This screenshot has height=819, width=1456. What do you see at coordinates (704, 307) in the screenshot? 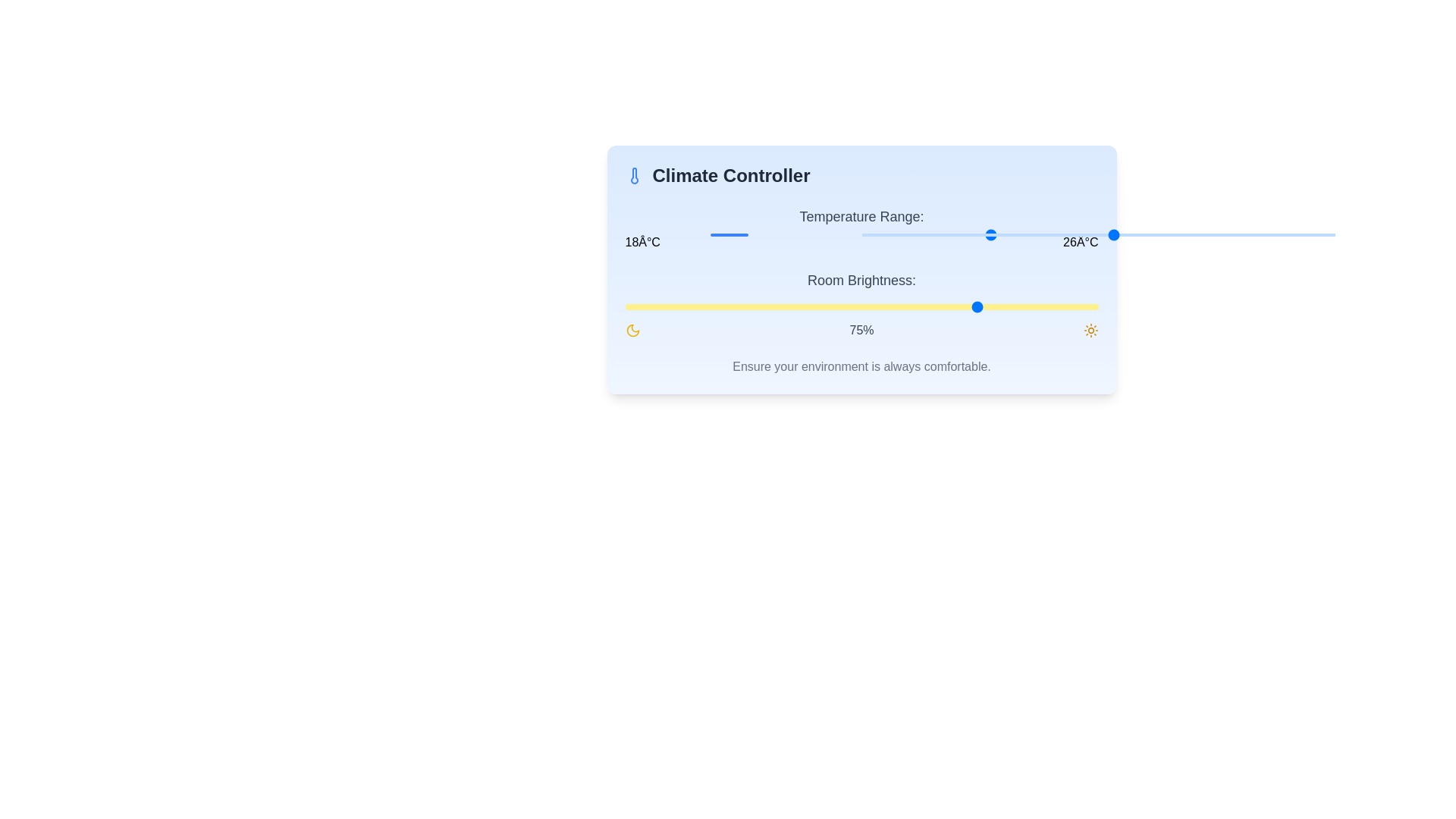
I see `the room brightness` at bounding box center [704, 307].